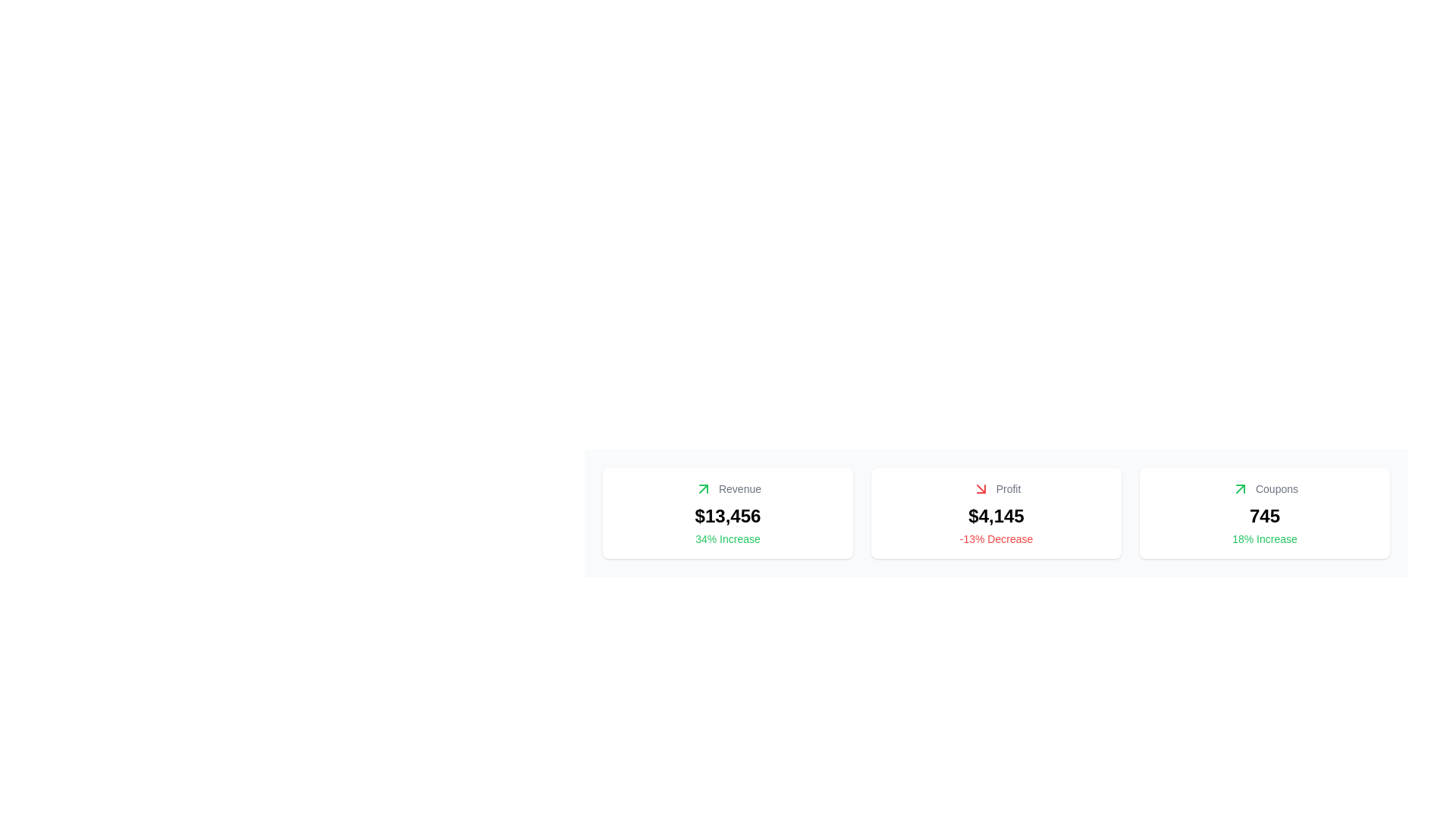  What do you see at coordinates (1241, 488) in the screenshot?
I see `the upward and rightward green arrow icon located at the top-left corner of the 'Coupons' card, which aligns closely with the text 'Coupons'` at bounding box center [1241, 488].